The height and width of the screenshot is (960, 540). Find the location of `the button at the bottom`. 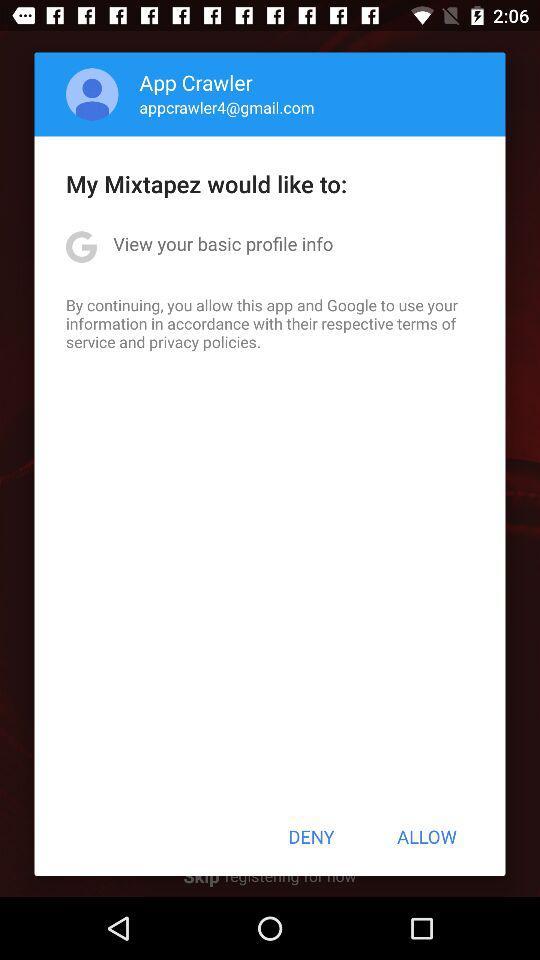

the button at the bottom is located at coordinates (311, 836).